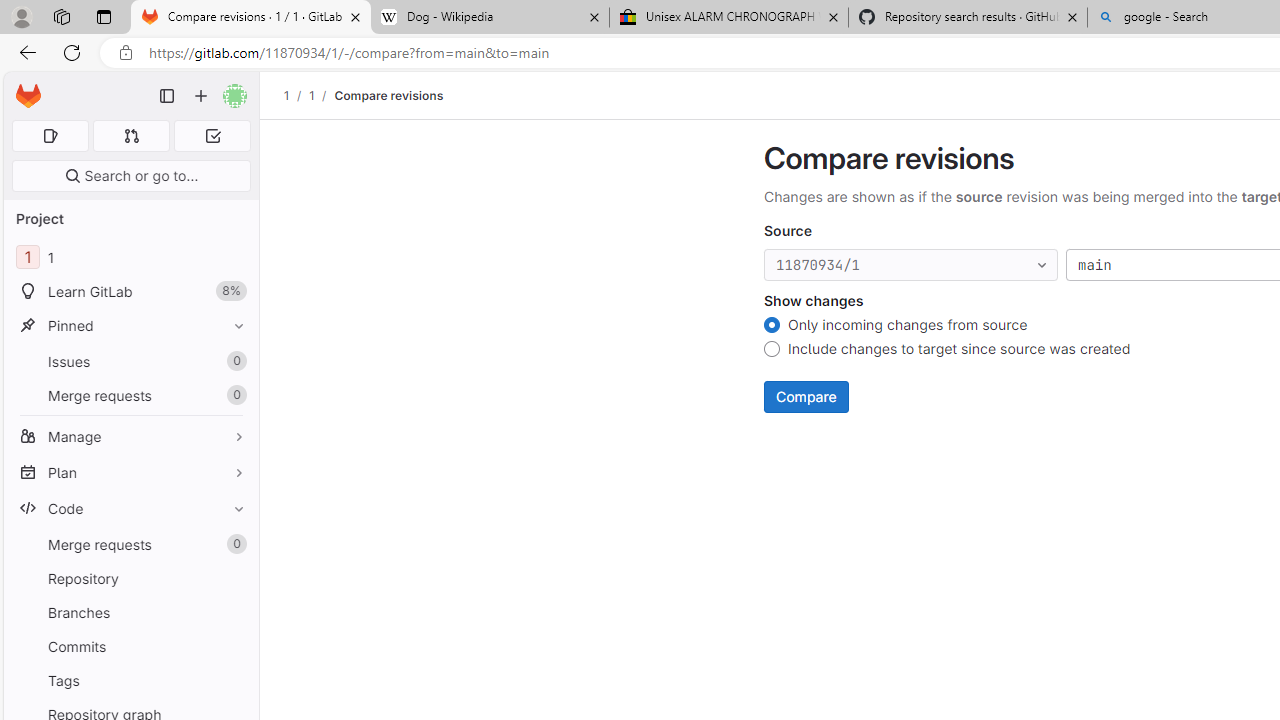  Describe the element at coordinates (234, 544) in the screenshot. I see `'Unpin Merge requests'` at that location.